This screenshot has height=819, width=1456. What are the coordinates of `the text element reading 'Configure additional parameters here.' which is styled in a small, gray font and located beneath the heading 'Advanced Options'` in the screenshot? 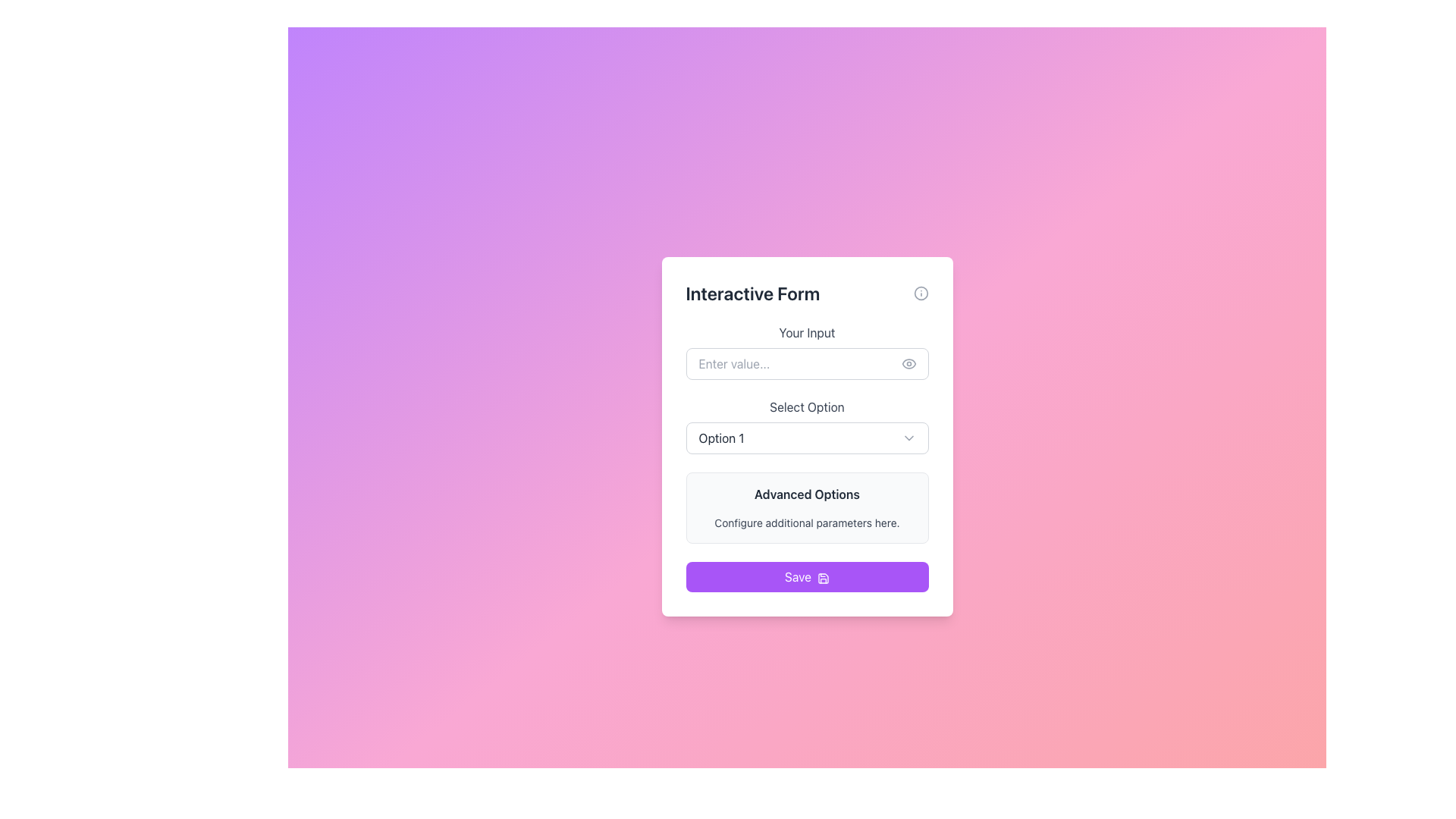 It's located at (806, 522).